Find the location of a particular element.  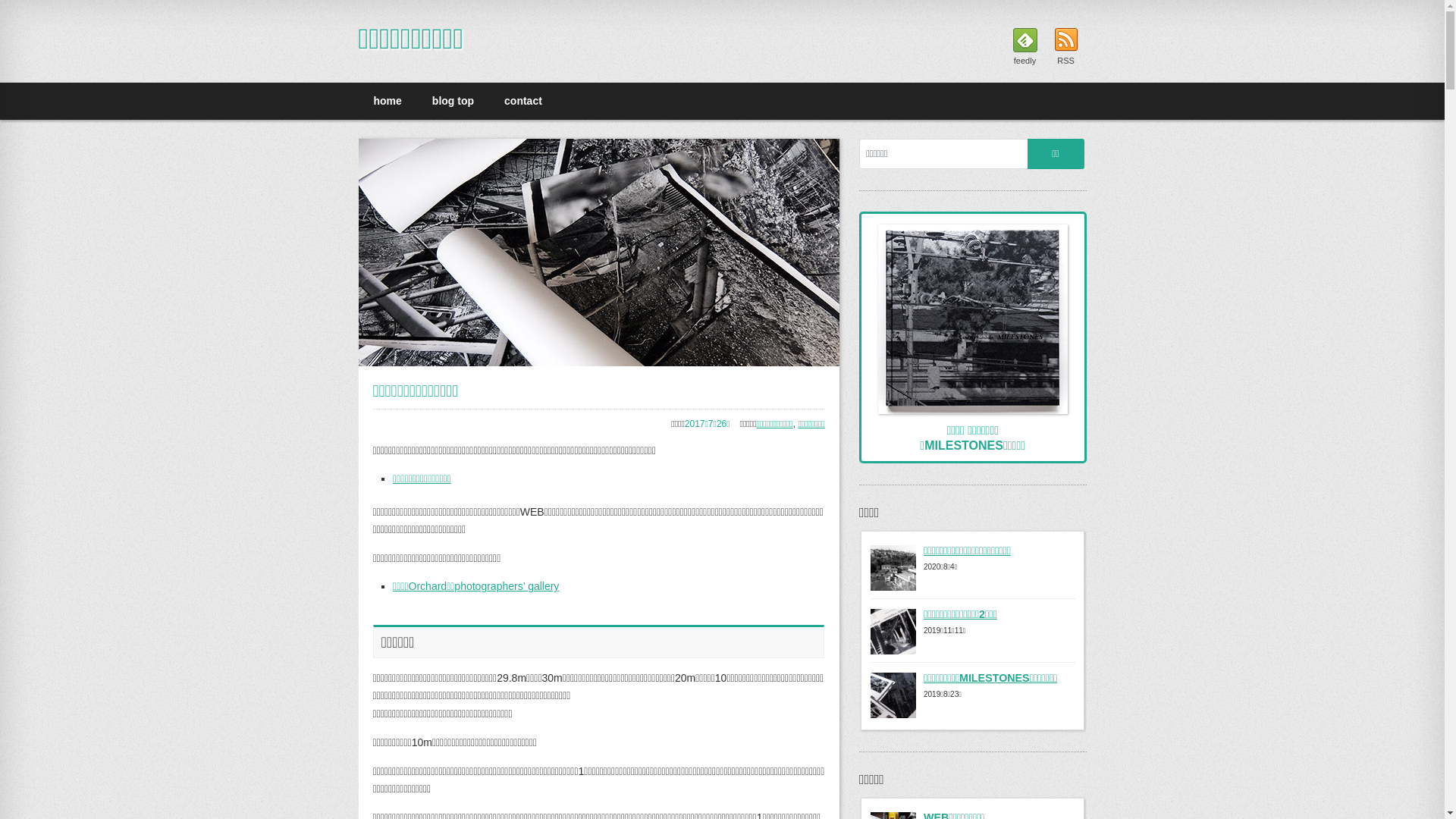

'home' is located at coordinates (387, 100).